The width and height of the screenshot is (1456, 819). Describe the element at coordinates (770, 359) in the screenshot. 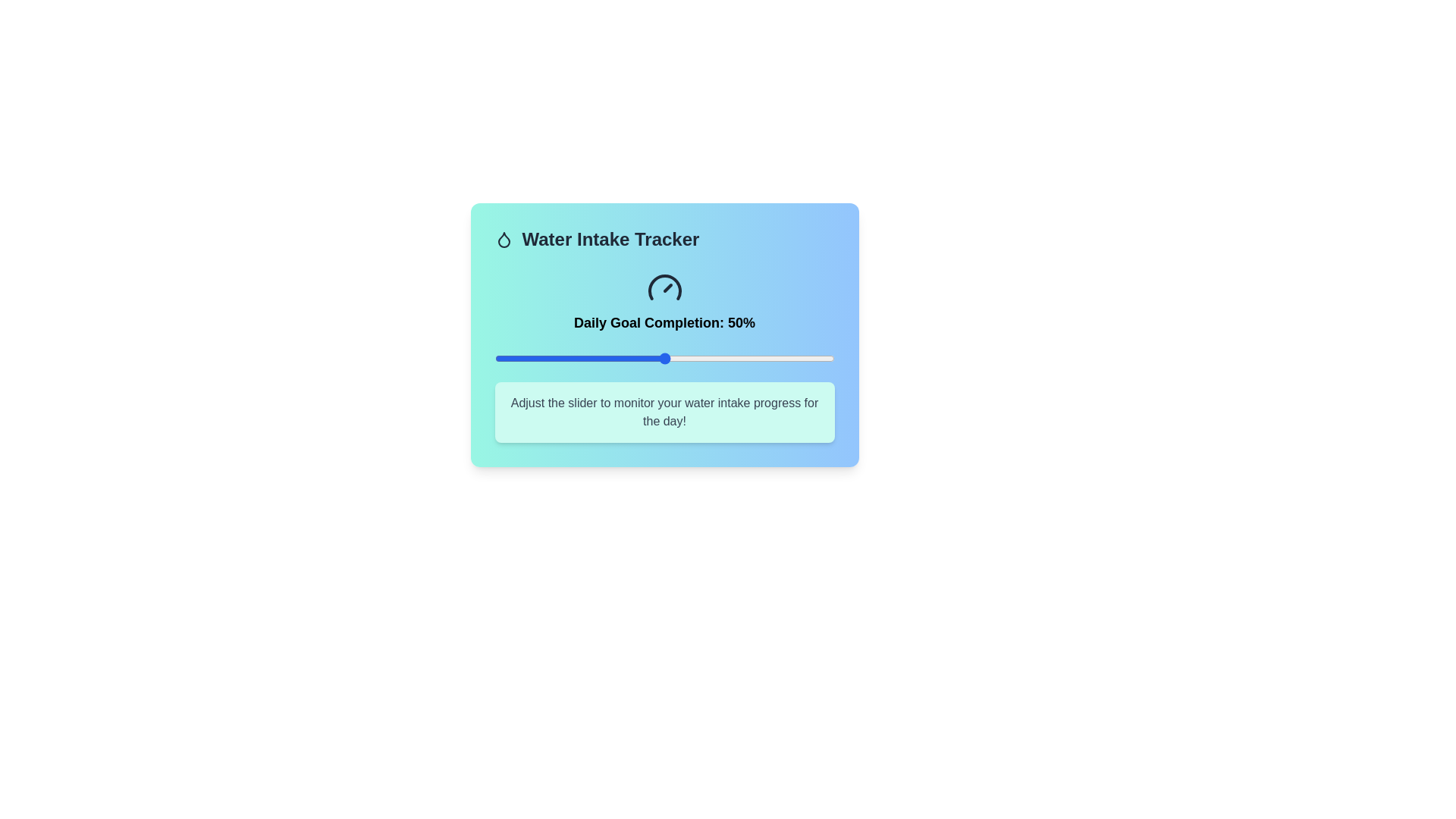

I see `the water intake tracker slider to 81%` at that location.